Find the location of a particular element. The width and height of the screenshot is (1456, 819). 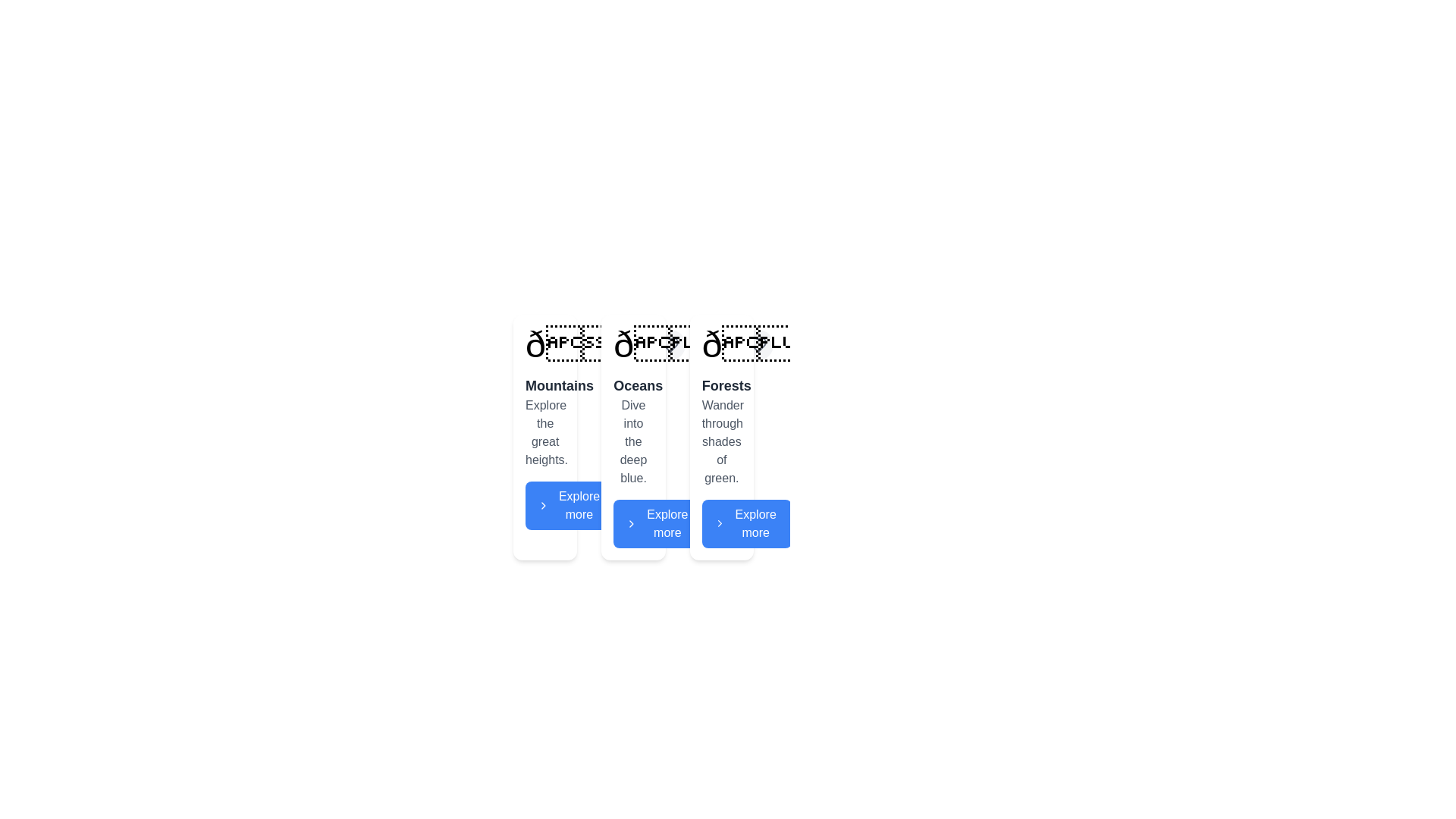

the graphical icon representing the 'Forests' theme, which is a stylized celestial body icon prominently displayed at the top center of the third column in a three-card layout is located at coordinates (754, 345).